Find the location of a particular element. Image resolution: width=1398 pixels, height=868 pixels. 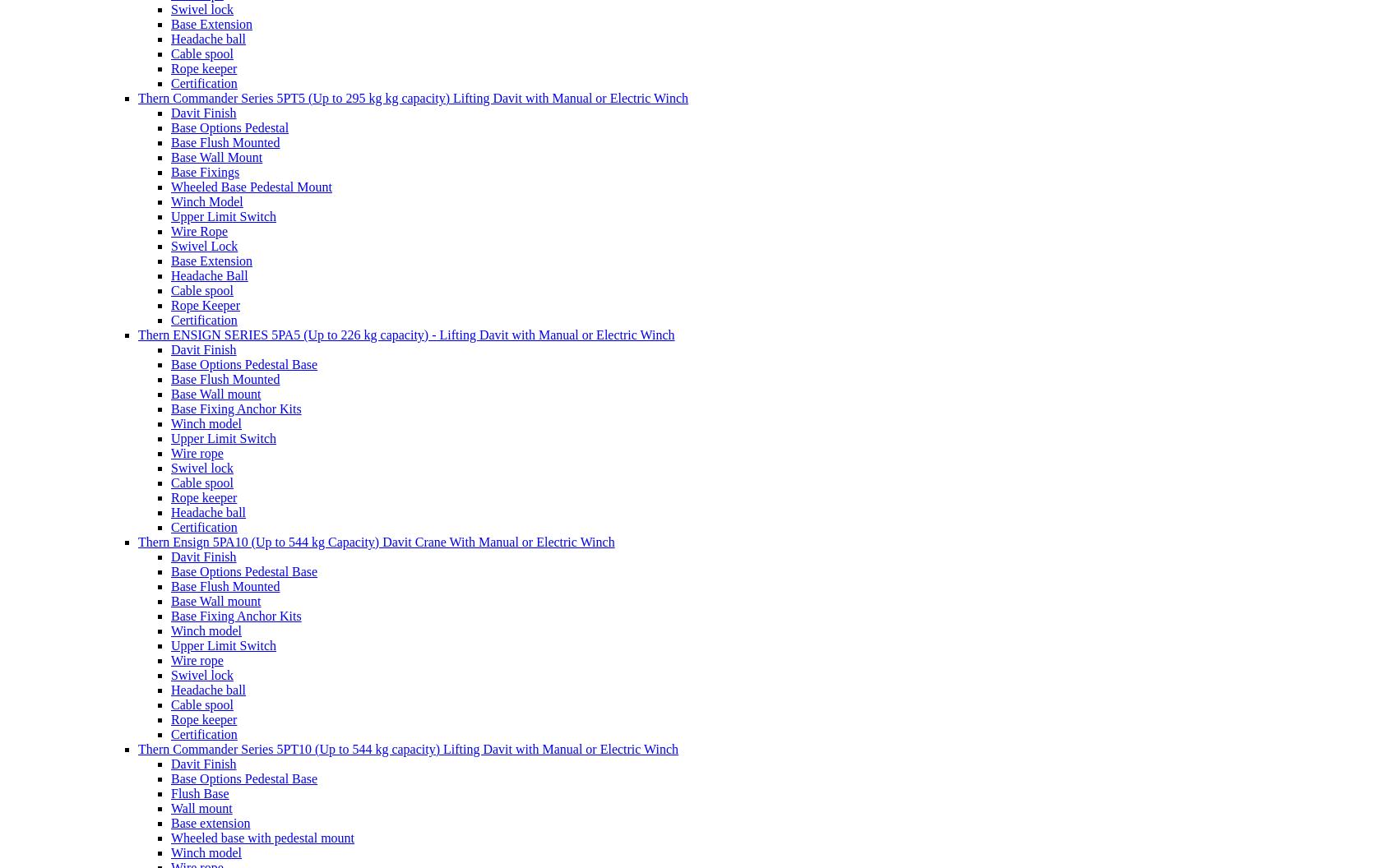

'Base Wall Mount' is located at coordinates (170, 156).